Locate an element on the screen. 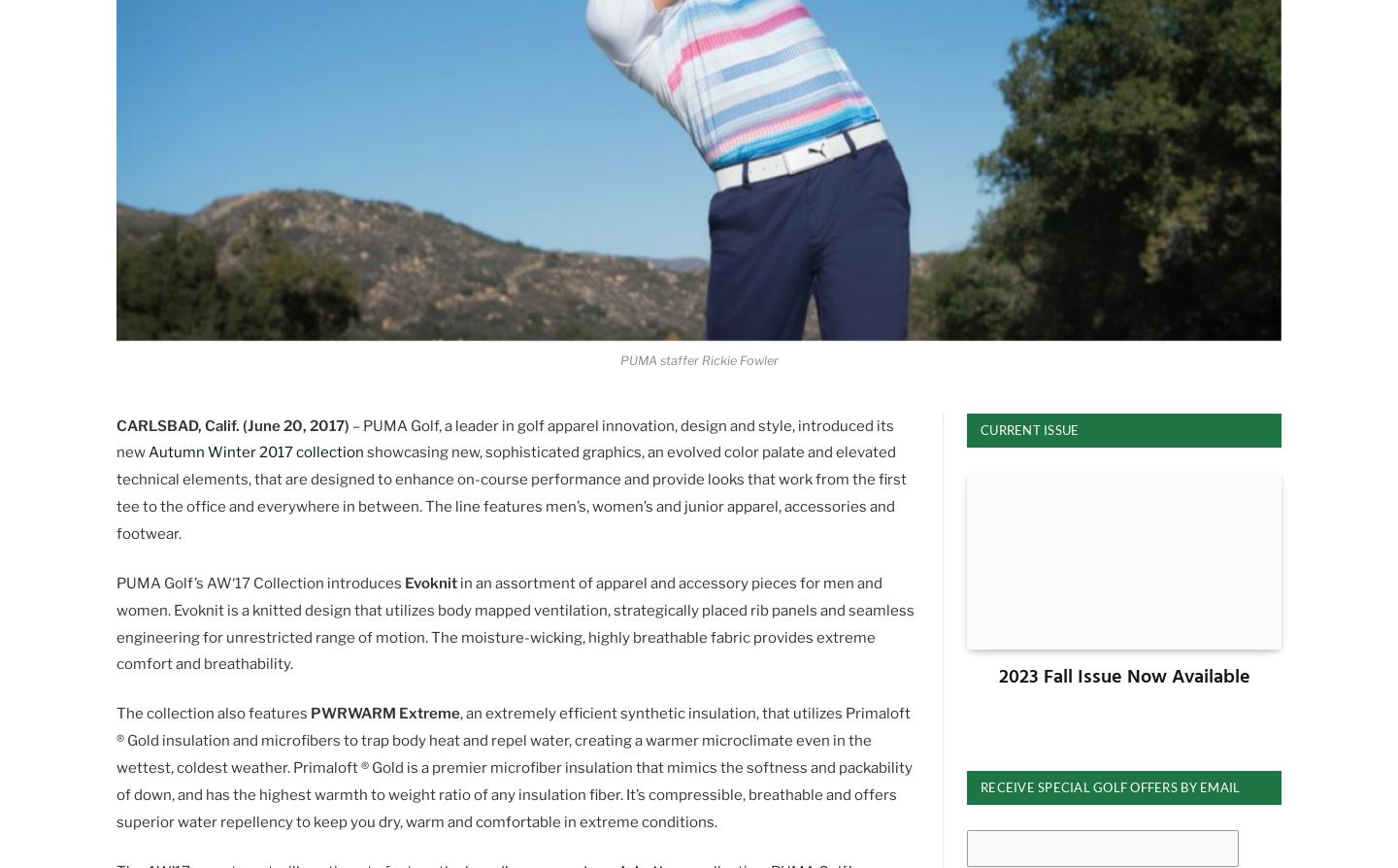 The image size is (1398, 868). 'Autumn Winter 2017 collection' is located at coordinates (254, 452).